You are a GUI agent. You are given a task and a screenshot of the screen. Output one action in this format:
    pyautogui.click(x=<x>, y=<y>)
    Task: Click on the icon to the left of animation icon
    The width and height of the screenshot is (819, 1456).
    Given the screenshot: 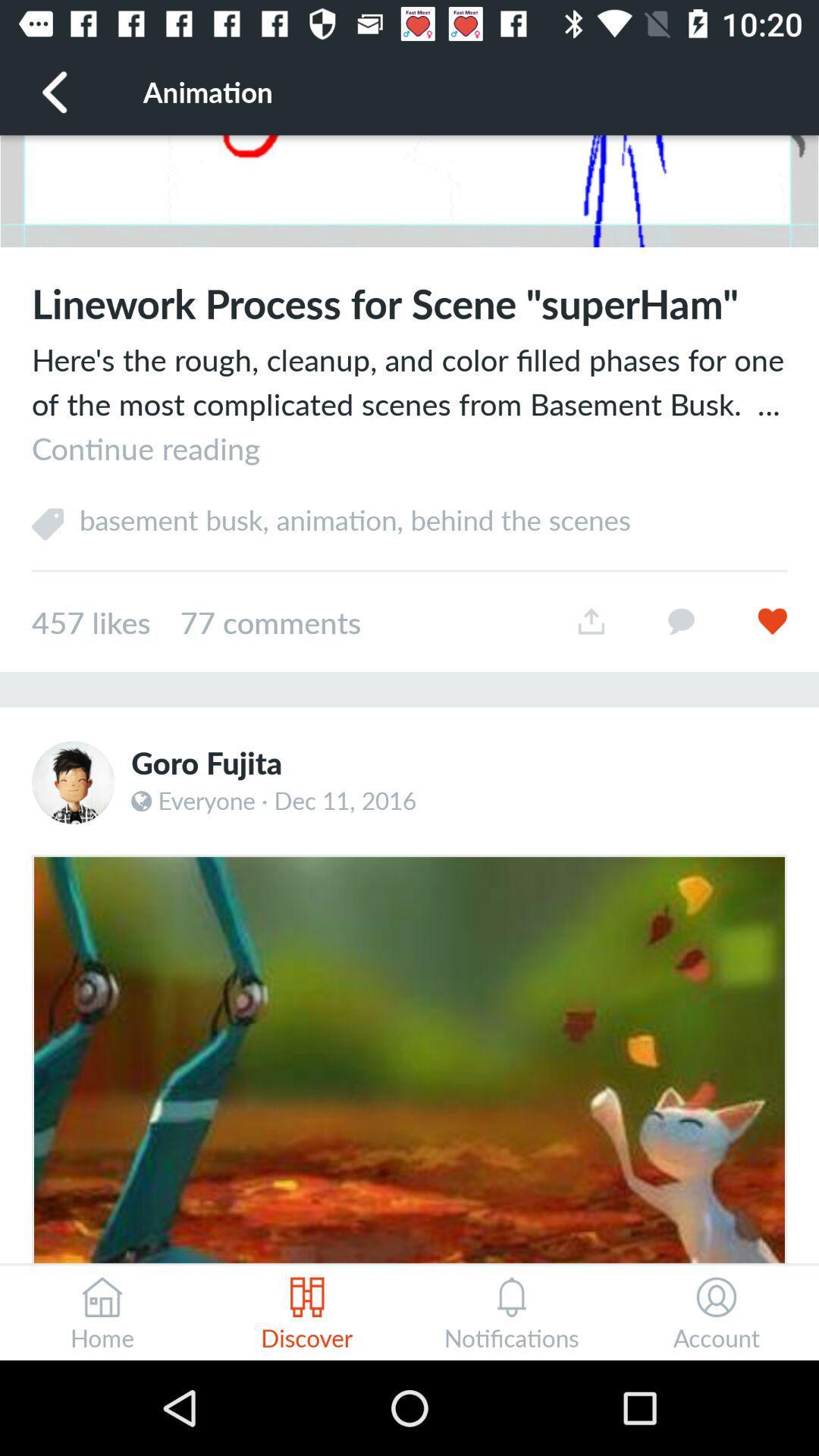 What is the action you would take?
    pyautogui.click(x=55, y=90)
    